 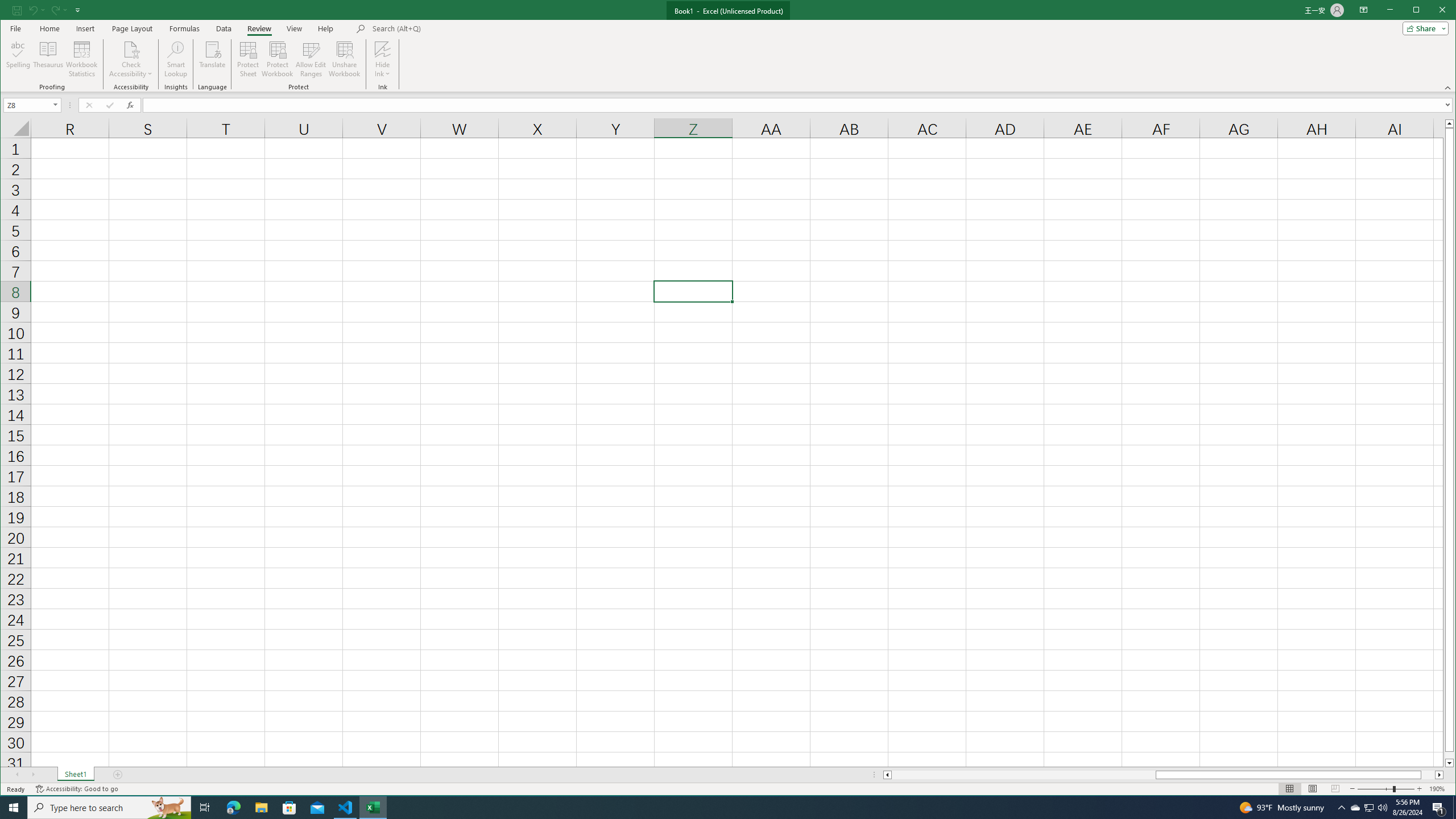 What do you see at coordinates (176, 59) in the screenshot?
I see `'Smart Lookup'` at bounding box center [176, 59].